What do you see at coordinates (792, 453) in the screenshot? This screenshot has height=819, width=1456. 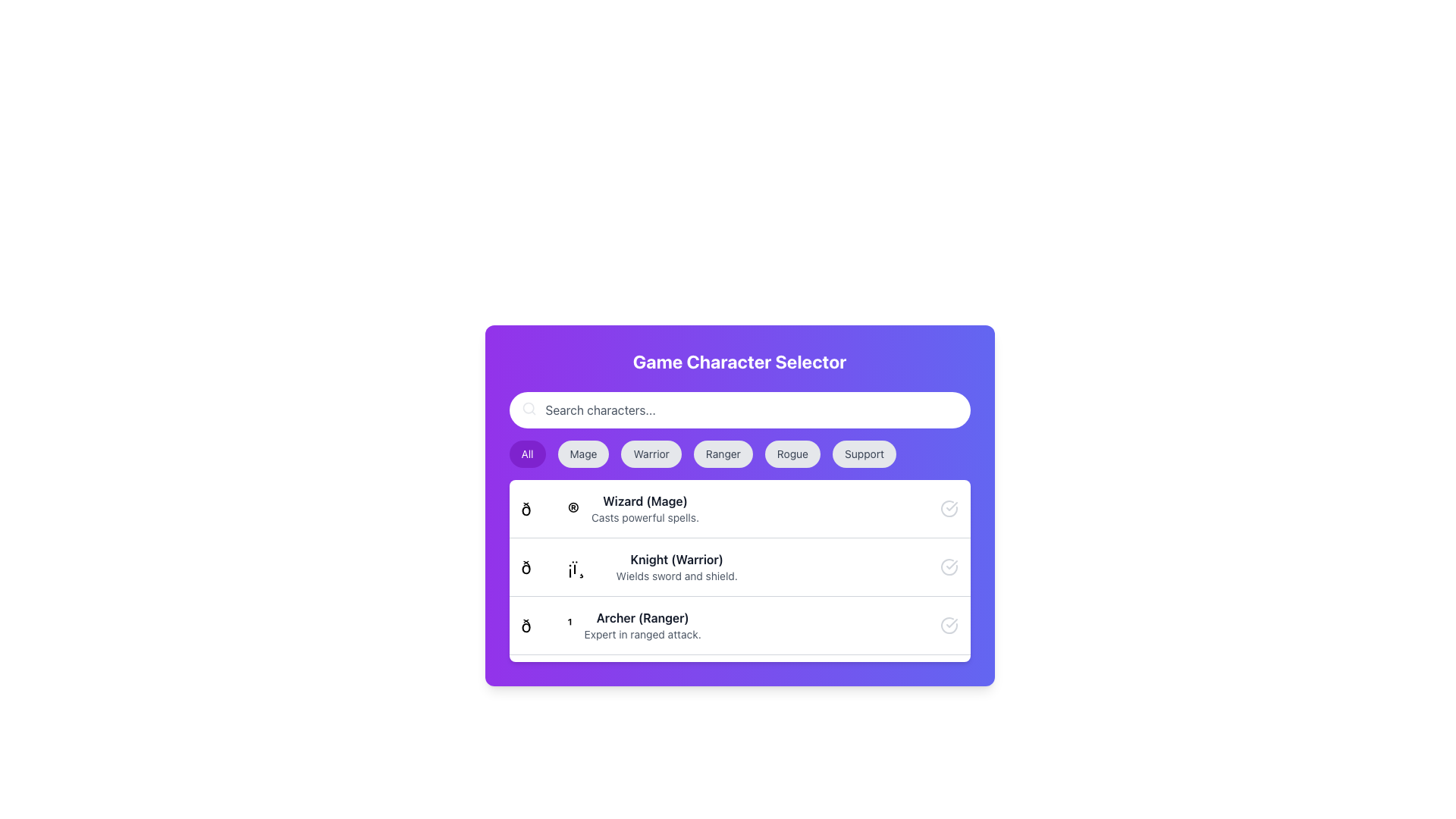 I see `the 'Rogue' filter button in the horizontal navigation bar` at bounding box center [792, 453].